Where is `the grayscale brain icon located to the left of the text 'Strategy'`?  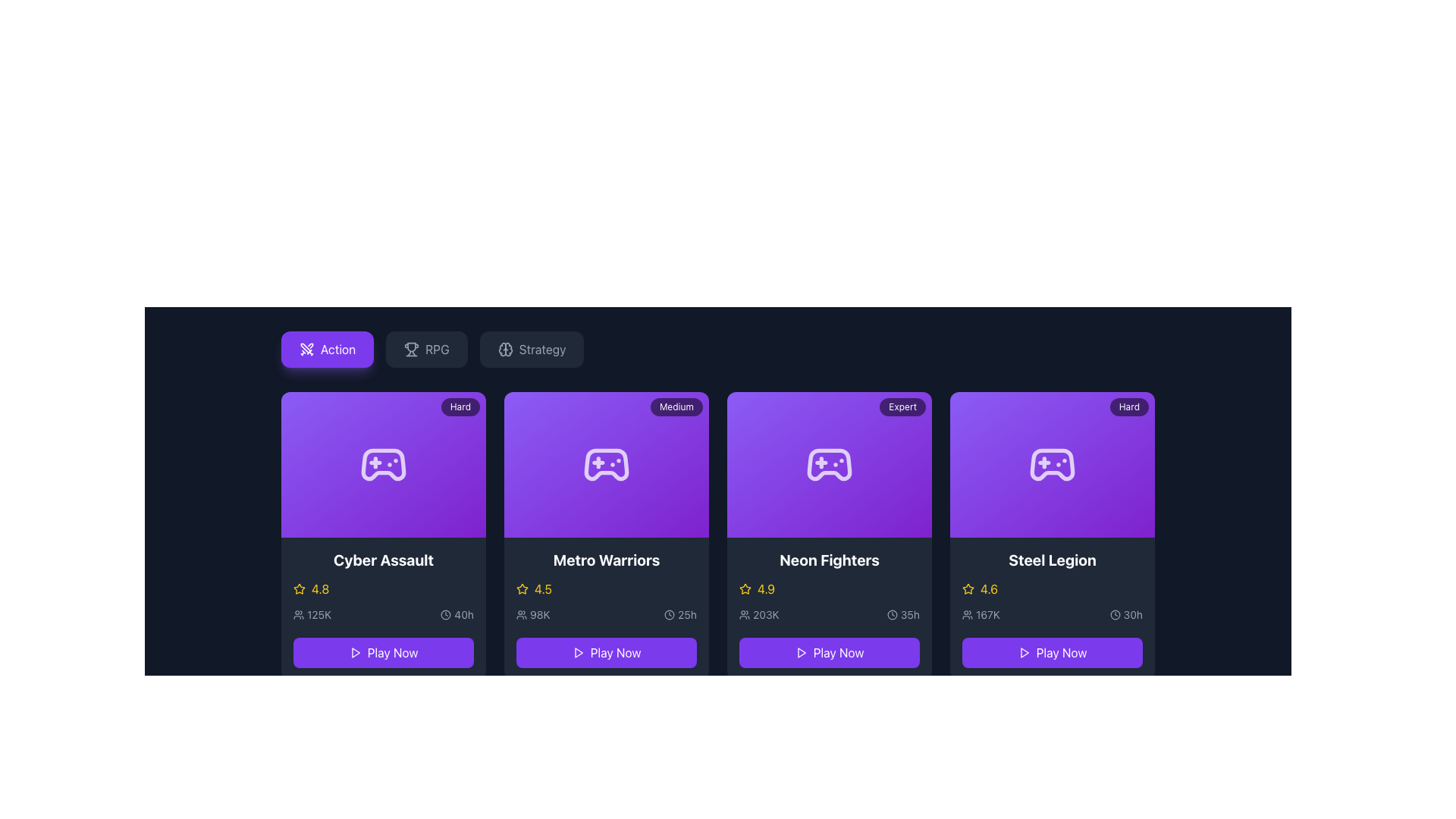 the grayscale brain icon located to the left of the text 'Strategy' is located at coordinates (505, 350).